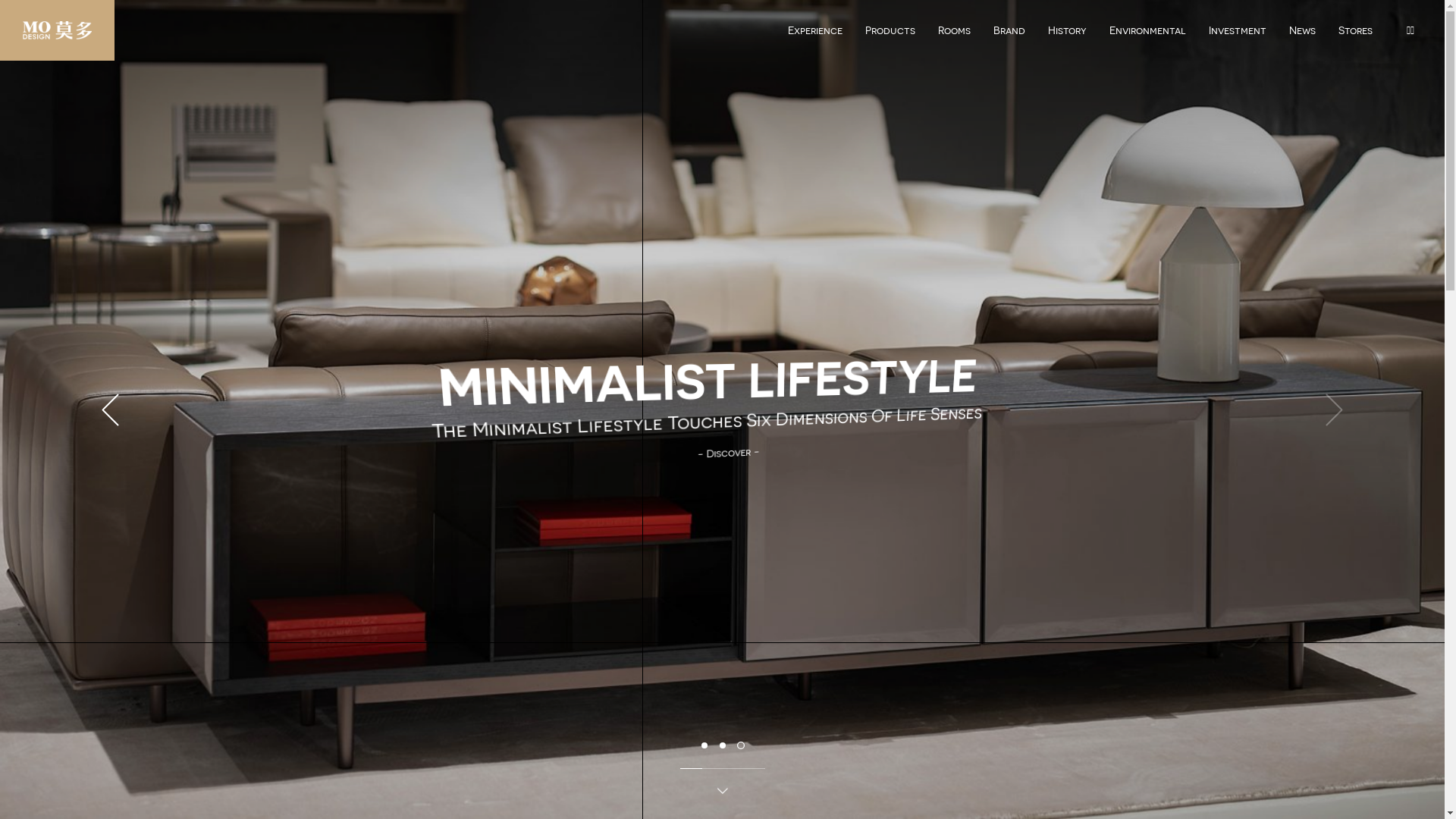 This screenshot has height=819, width=1456. Describe the element at coordinates (711, 421) in the screenshot. I see `'ITALIAN MINIMALISM` at that location.